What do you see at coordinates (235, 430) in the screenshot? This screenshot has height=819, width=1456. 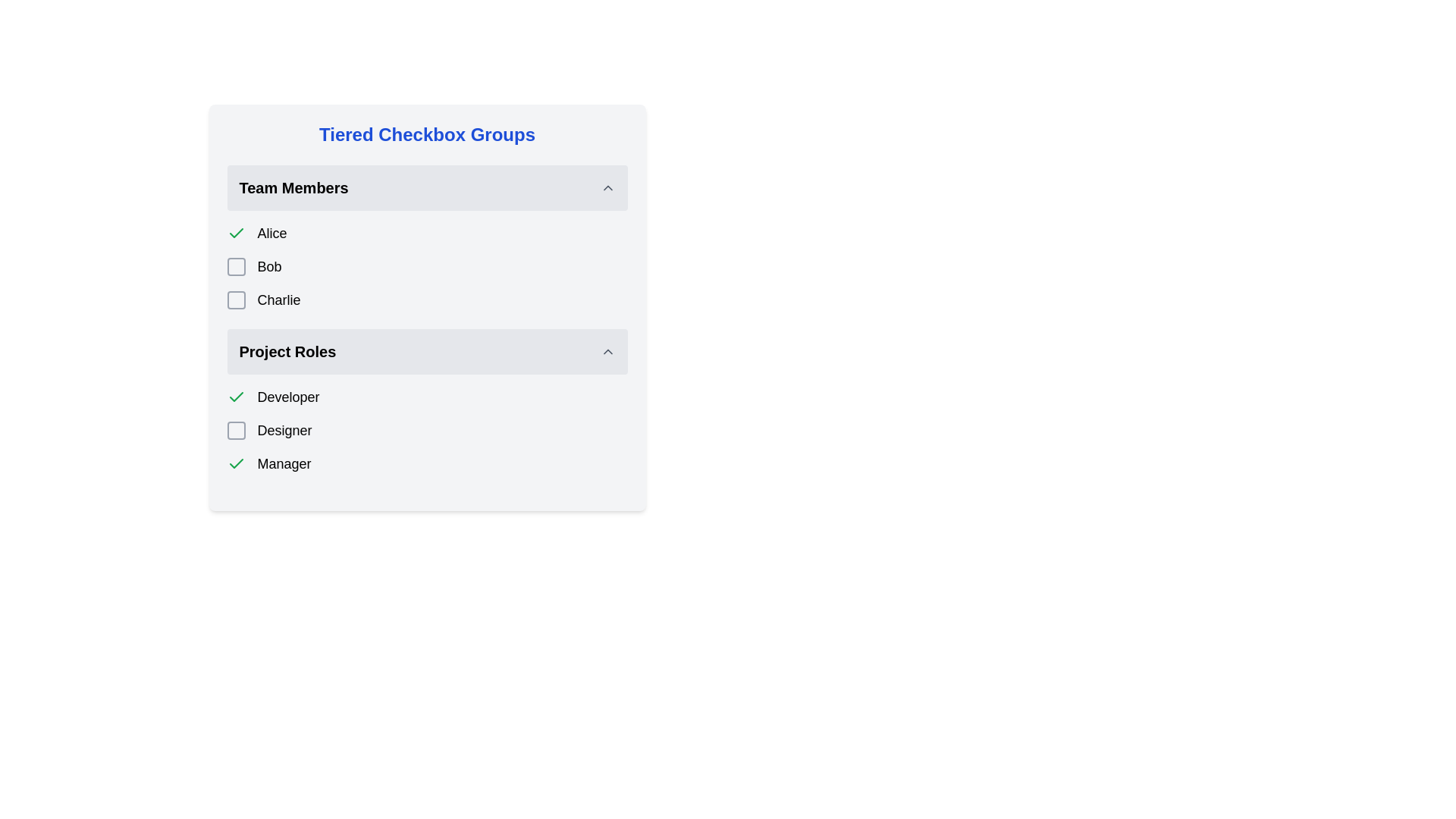 I see `the empty checkbox with a gray outline and rounded corners located to the left of the 'Designer' label under the 'Project Roles' heading` at bounding box center [235, 430].